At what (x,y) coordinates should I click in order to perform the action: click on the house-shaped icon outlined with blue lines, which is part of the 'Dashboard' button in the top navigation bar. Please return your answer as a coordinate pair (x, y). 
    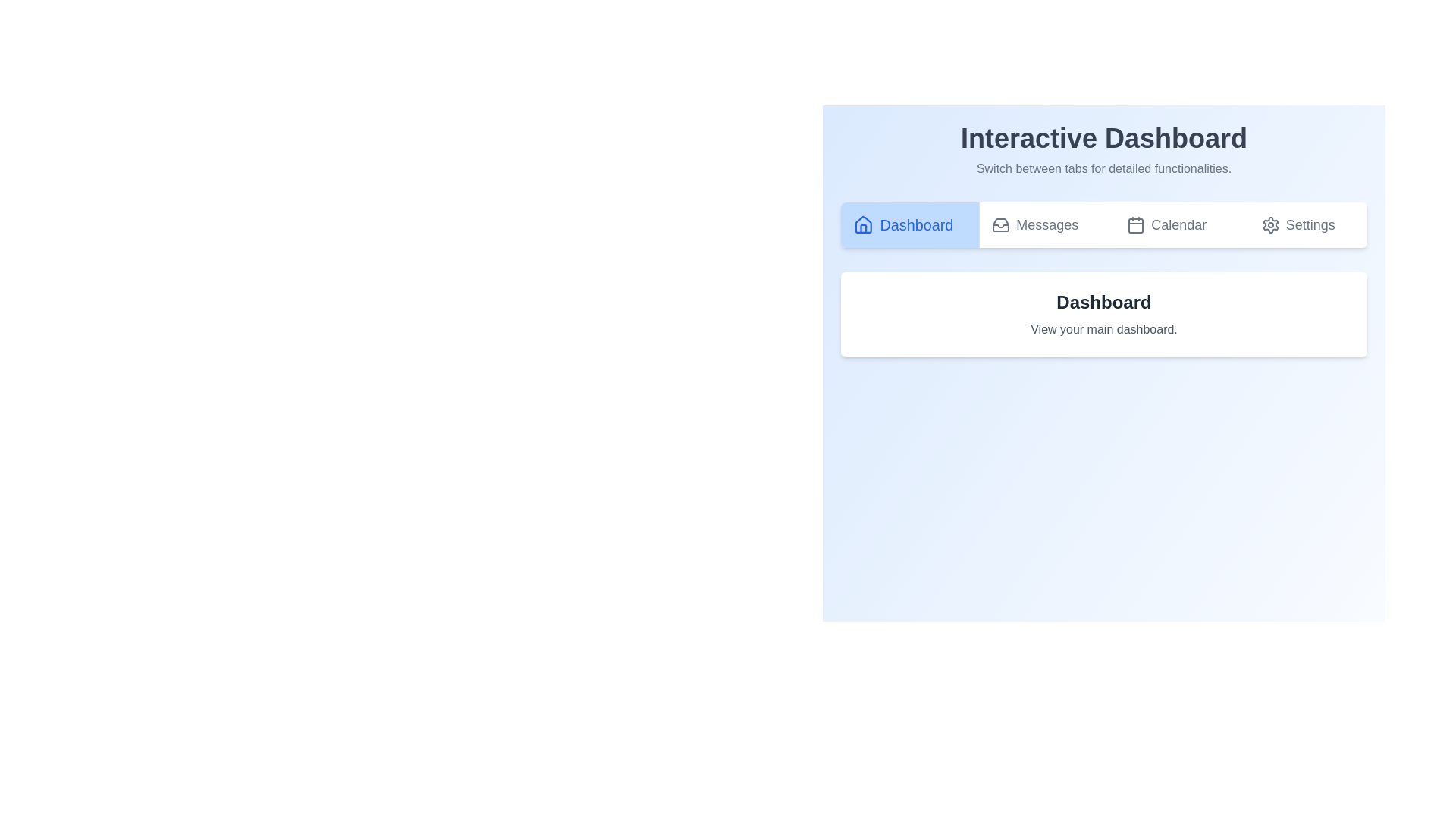
    Looking at the image, I should click on (863, 225).